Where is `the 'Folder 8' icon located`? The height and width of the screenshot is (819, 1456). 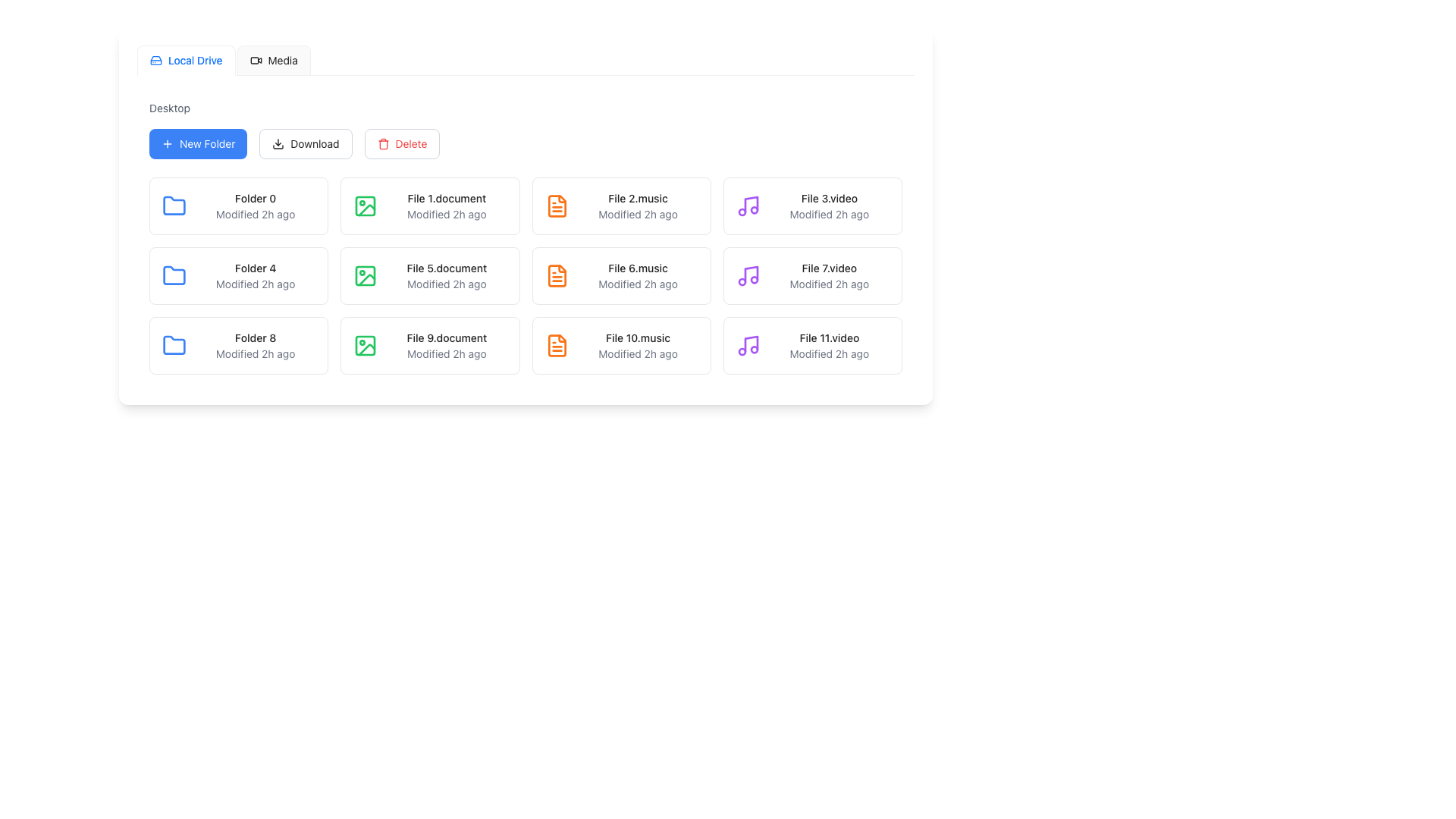 the 'Folder 8' icon located is located at coordinates (174, 345).